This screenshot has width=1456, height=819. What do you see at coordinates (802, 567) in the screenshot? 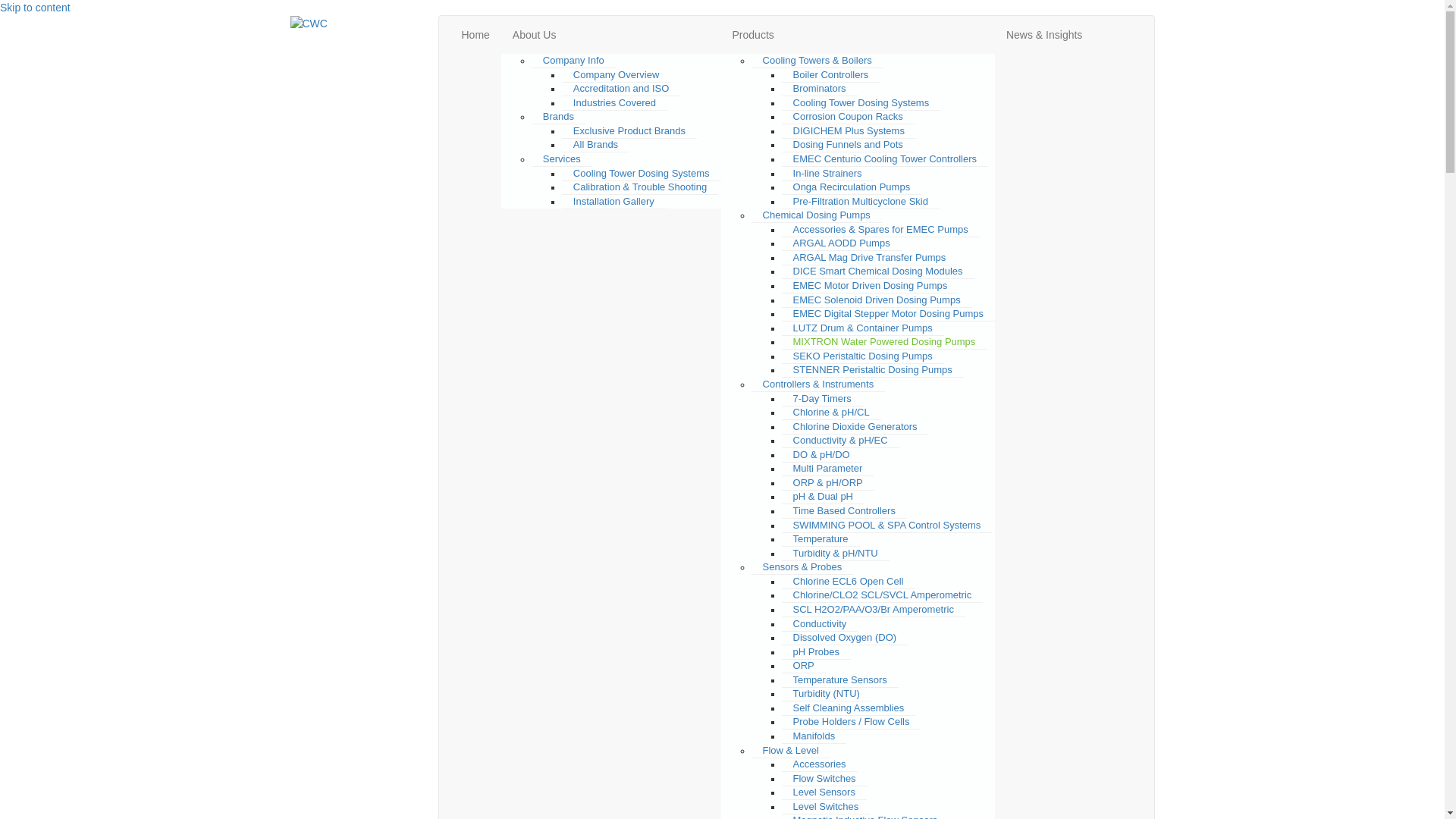
I see `'Sensors & Probes'` at bounding box center [802, 567].